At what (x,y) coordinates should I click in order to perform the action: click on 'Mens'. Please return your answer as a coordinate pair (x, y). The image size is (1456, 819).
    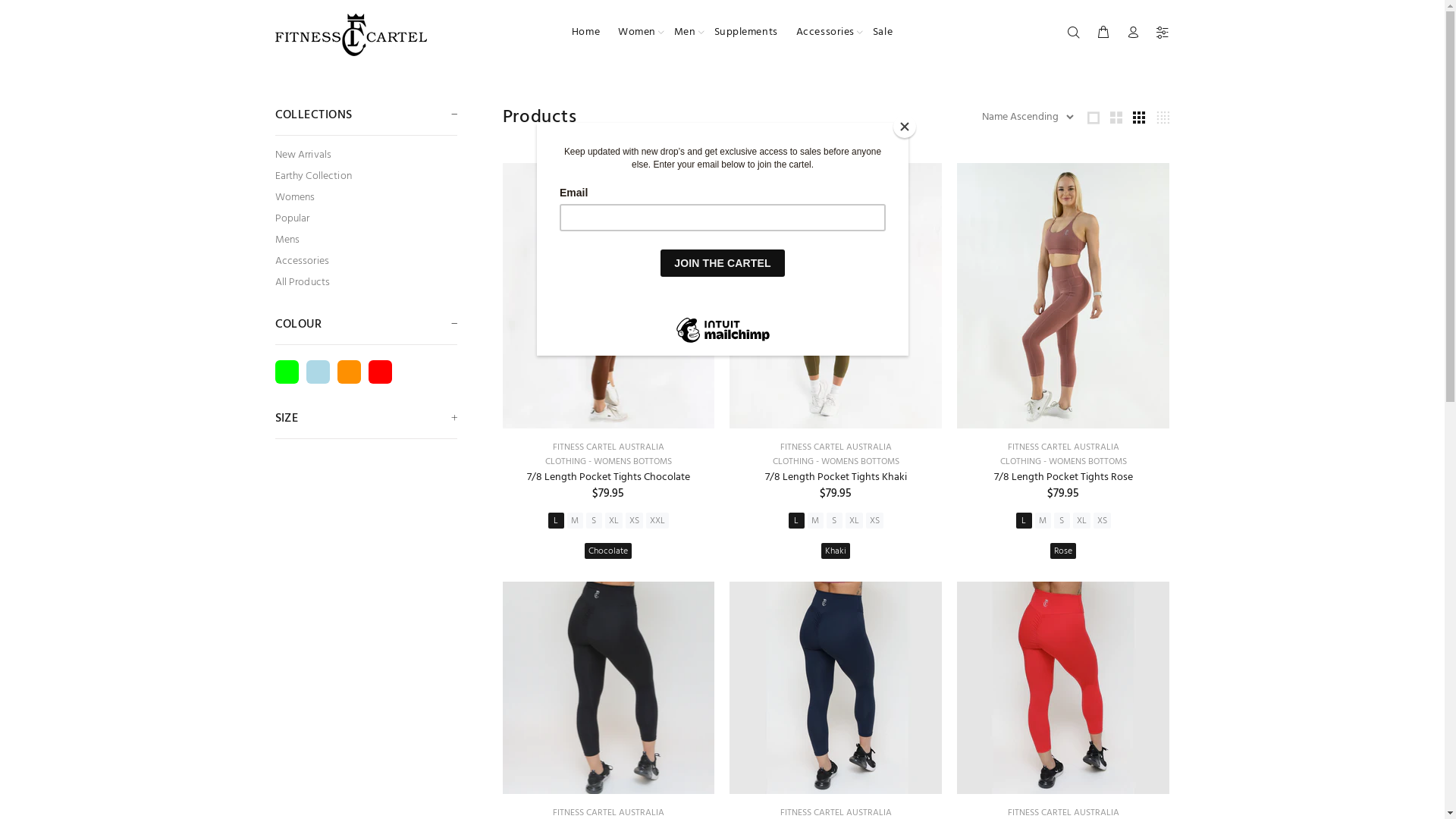
    Looking at the image, I should click on (274, 239).